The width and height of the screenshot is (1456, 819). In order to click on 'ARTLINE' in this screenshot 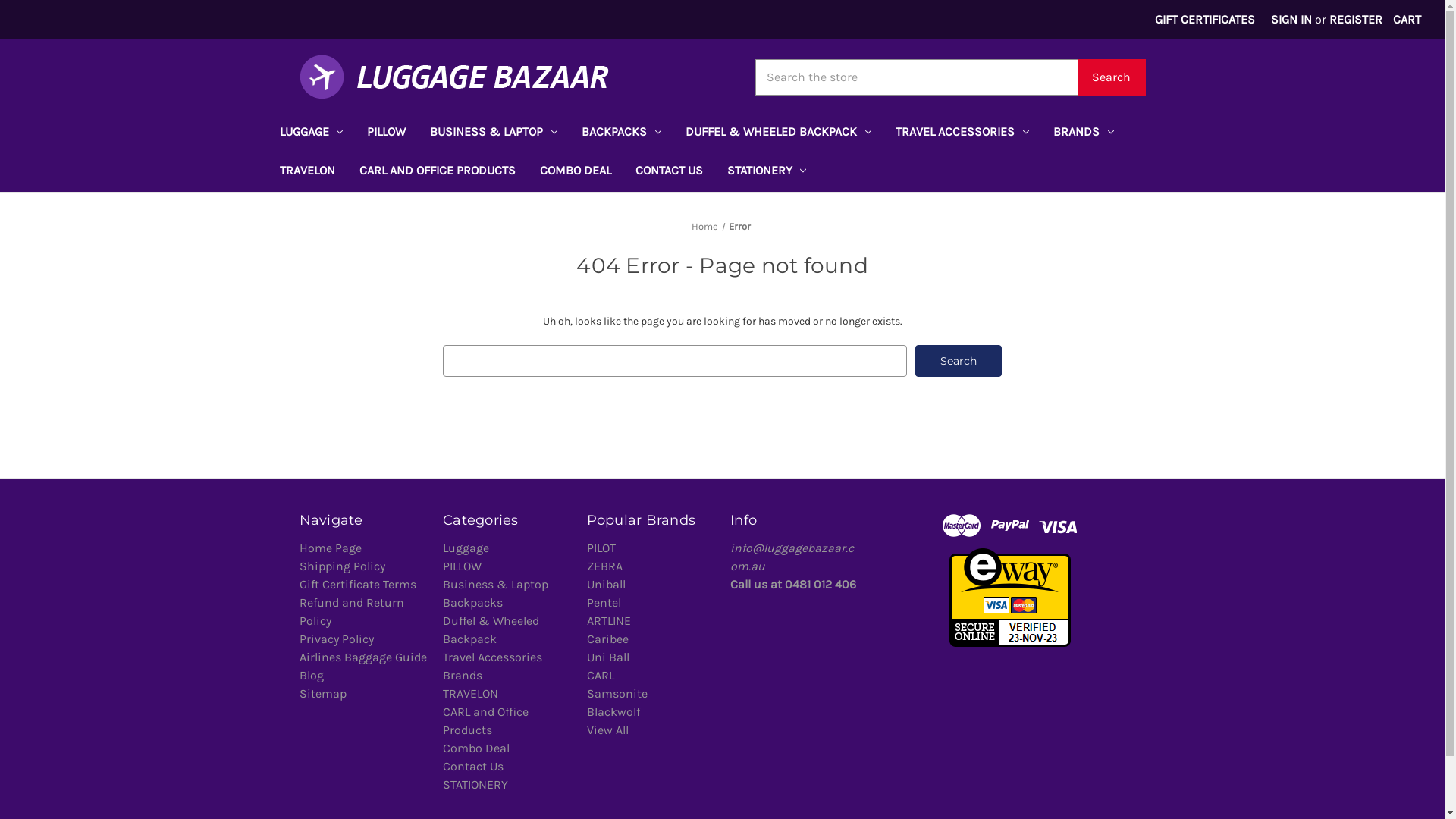, I will do `click(608, 620)`.